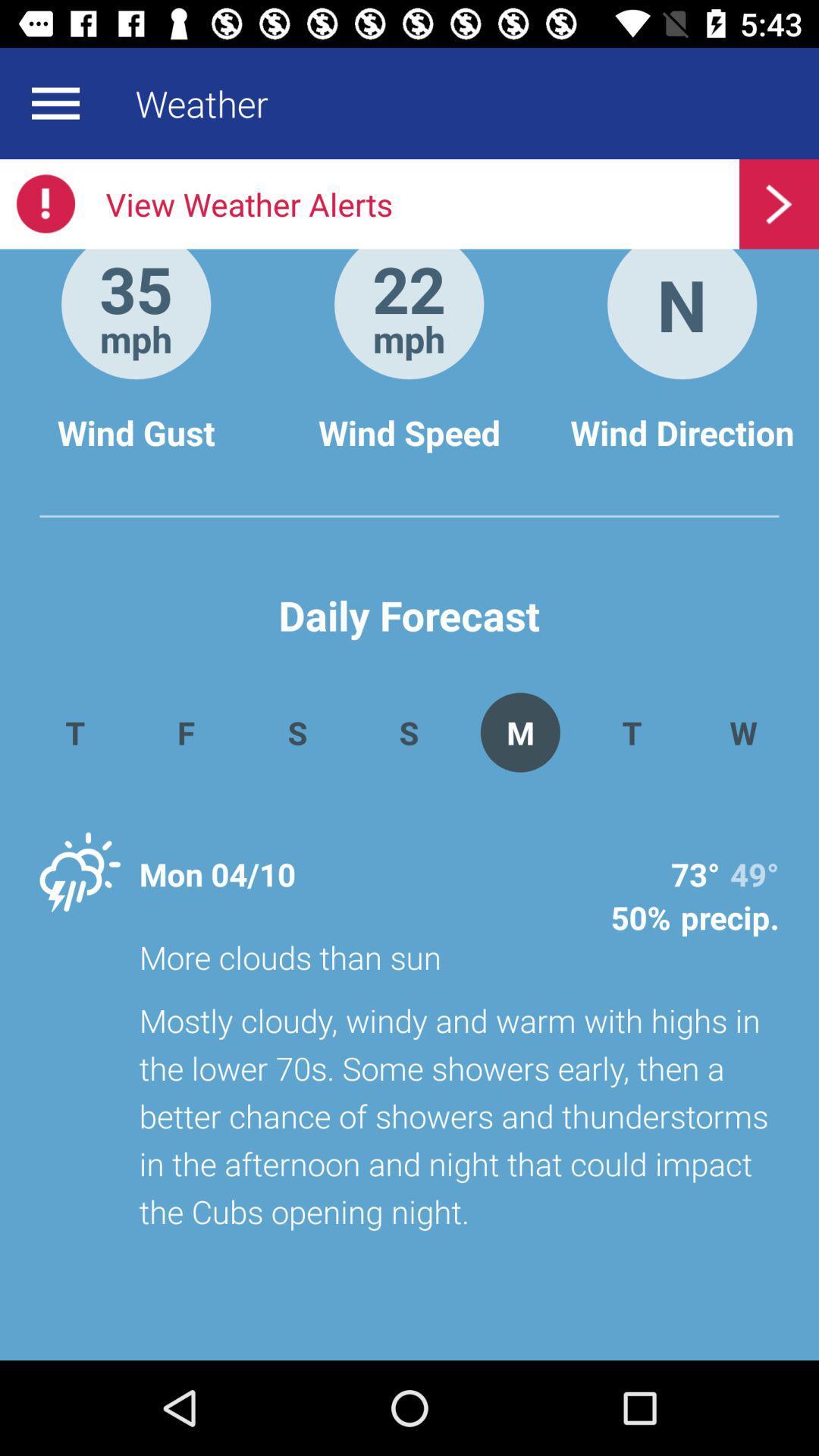  I want to click on more options for weather, so click(55, 102).